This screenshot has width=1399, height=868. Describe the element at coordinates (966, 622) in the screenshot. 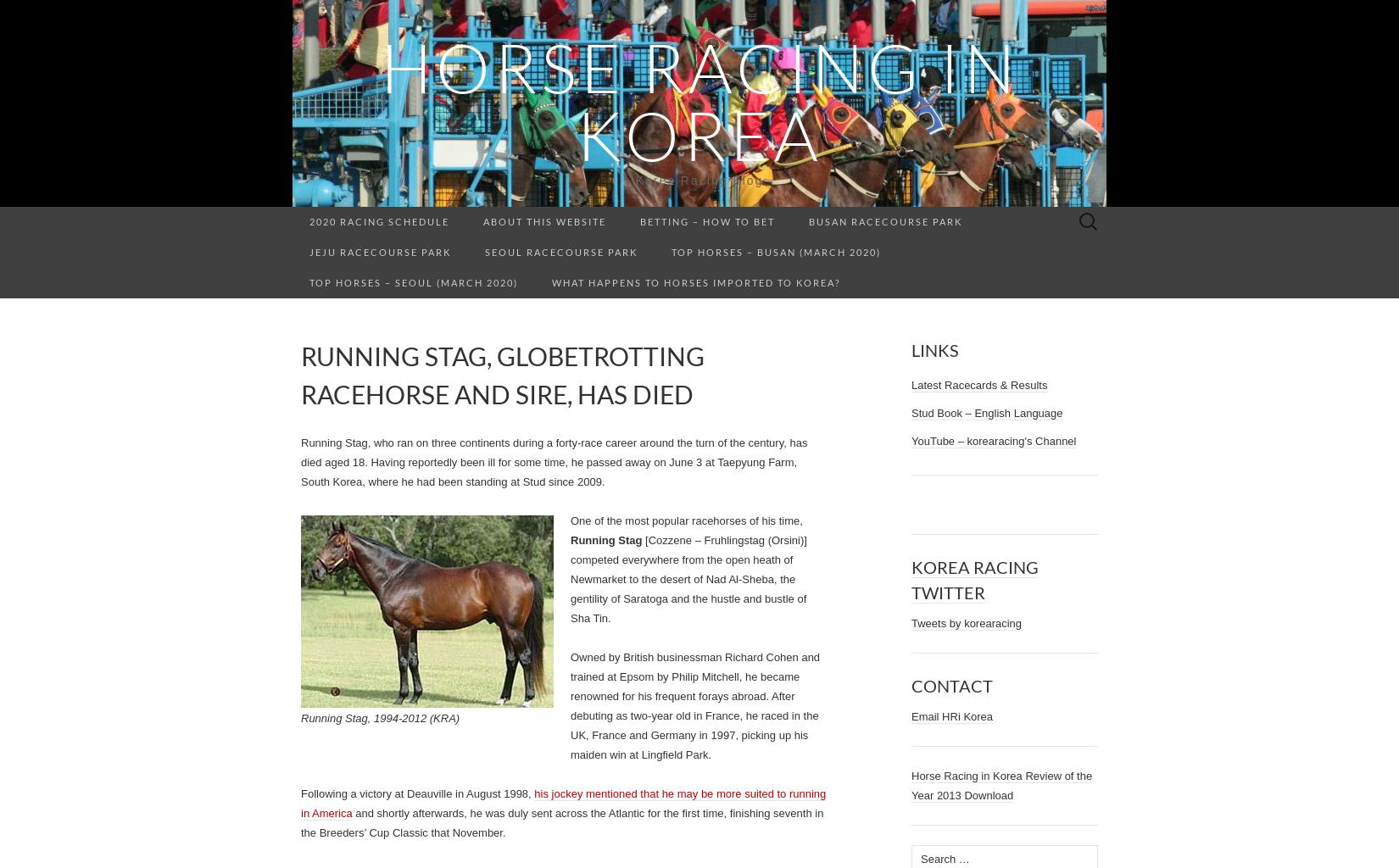

I see `'Tweets by korearacing'` at that location.